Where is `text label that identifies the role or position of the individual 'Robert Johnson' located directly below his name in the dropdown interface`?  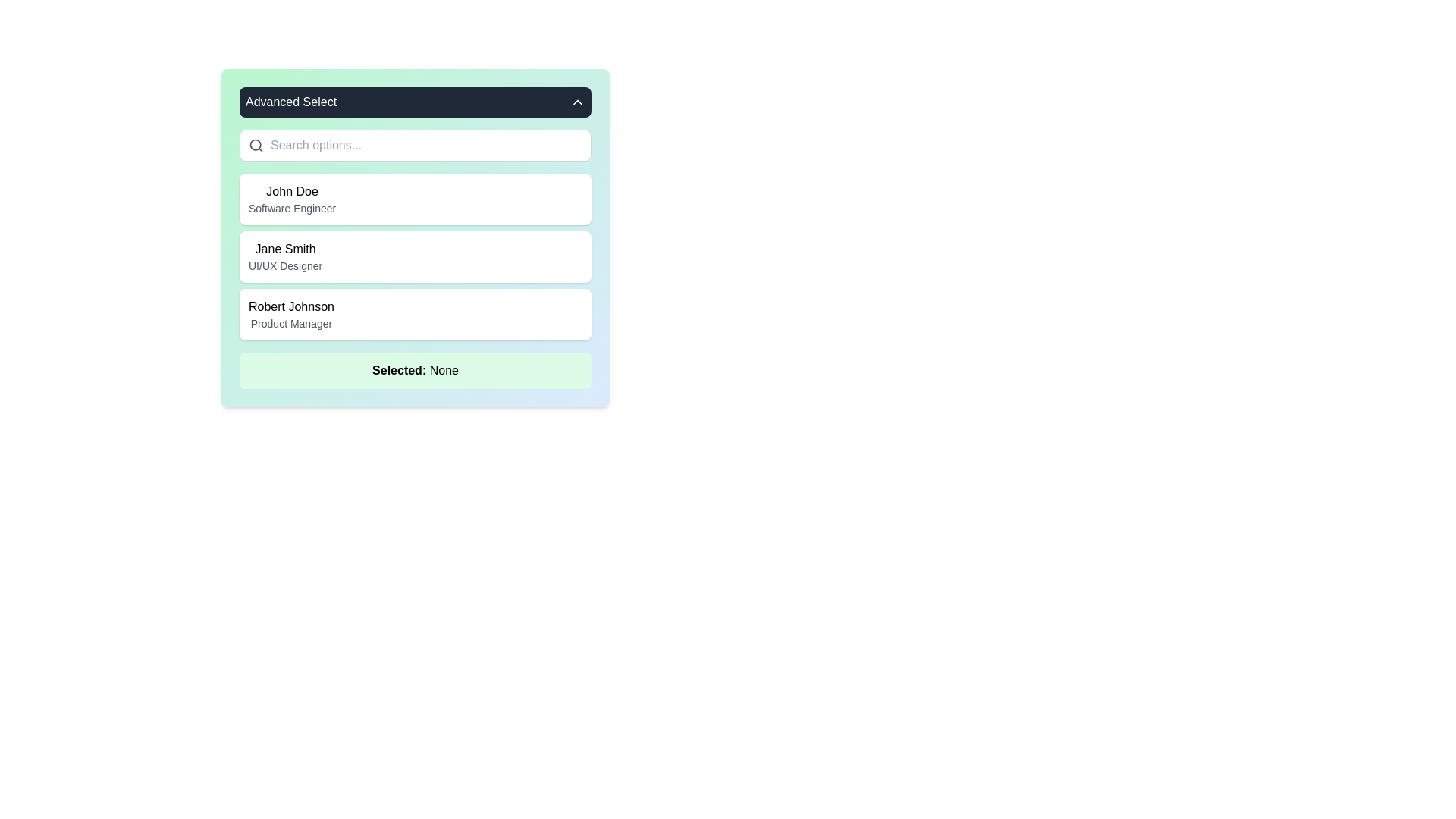 text label that identifies the role or position of the individual 'Robert Johnson' located directly below his name in the dropdown interface is located at coordinates (291, 323).